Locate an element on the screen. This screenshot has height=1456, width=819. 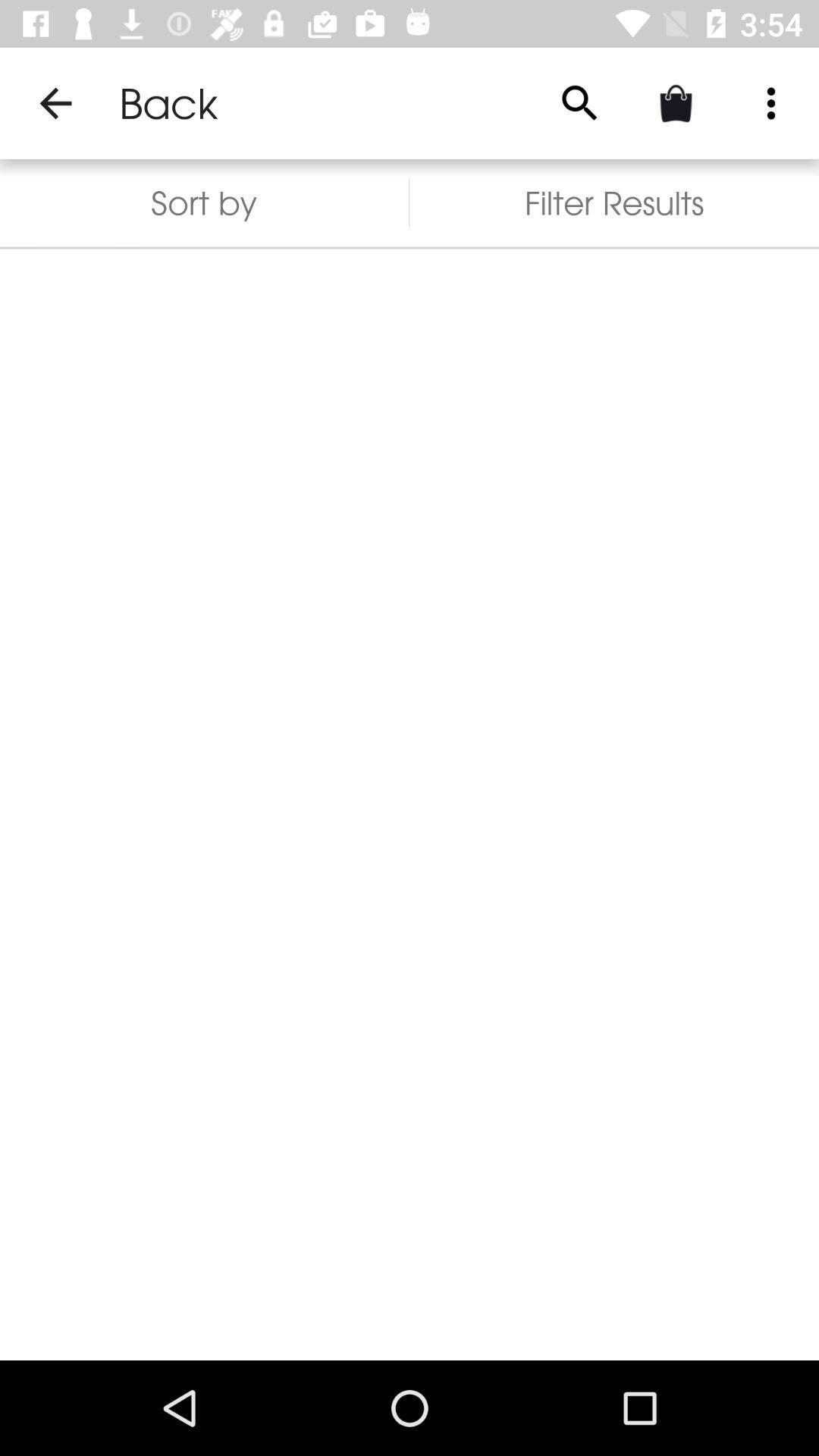
the icon to the right of sort by is located at coordinates (614, 202).